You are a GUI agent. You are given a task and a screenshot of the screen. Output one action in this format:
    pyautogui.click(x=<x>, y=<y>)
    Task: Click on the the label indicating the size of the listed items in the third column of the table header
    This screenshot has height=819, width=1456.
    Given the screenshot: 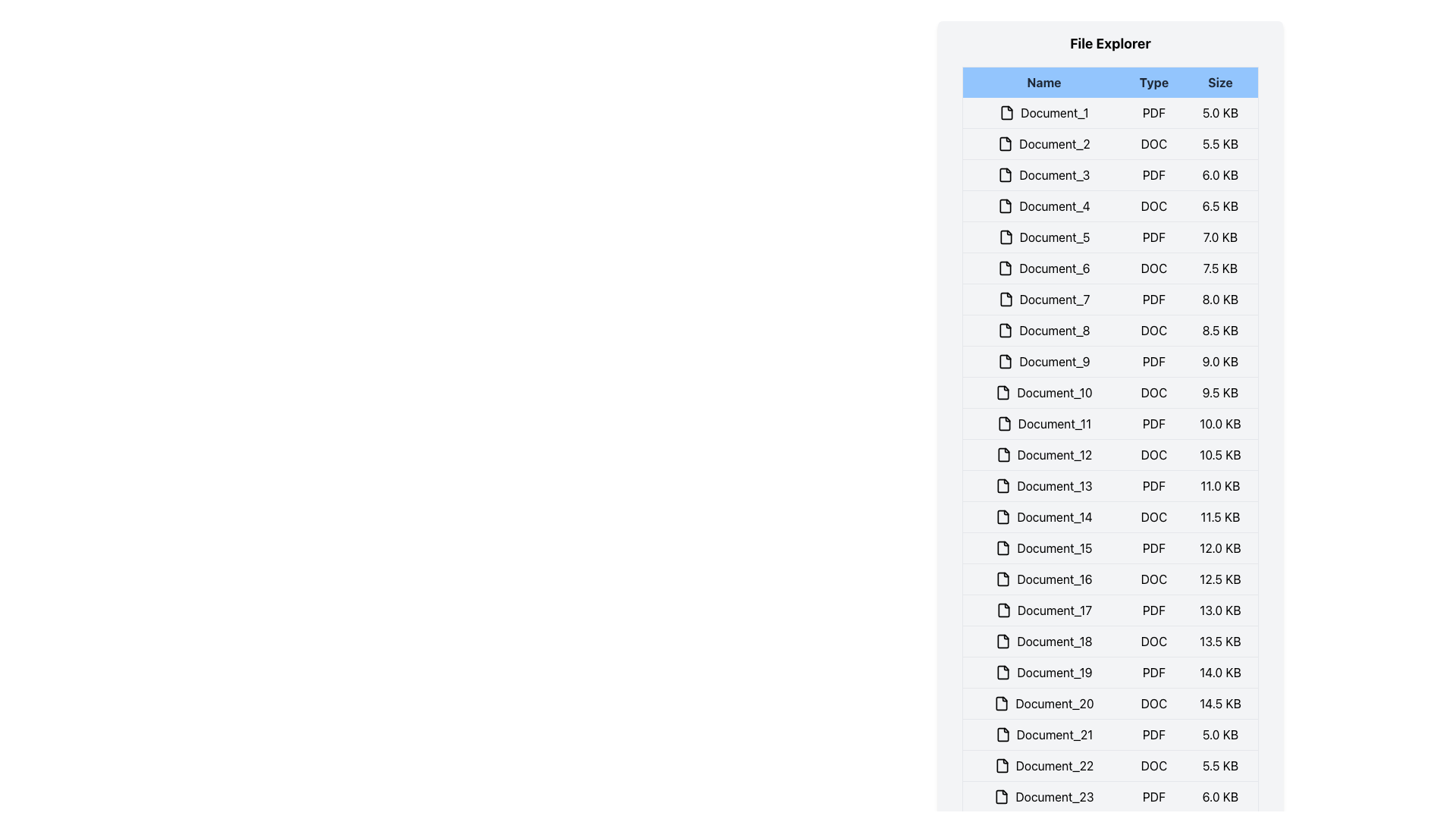 What is the action you would take?
    pyautogui.click(x=1220, y=82)
    